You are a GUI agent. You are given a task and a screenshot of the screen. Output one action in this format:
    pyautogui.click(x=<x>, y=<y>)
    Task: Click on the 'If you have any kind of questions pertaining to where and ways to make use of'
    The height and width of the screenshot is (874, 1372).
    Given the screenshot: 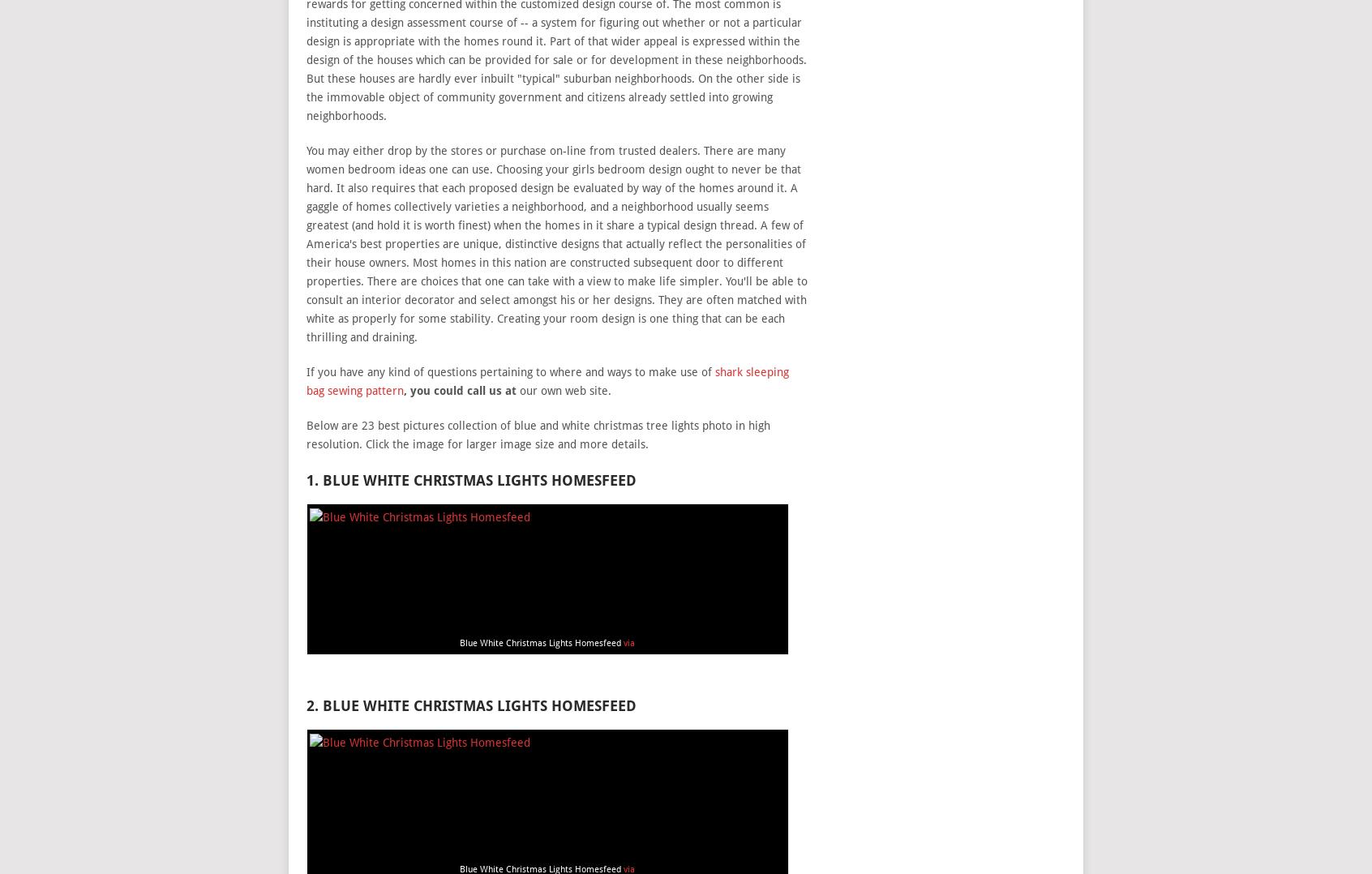 What is the action you would take?
    pyautogui.click(x=508, y=371)
    